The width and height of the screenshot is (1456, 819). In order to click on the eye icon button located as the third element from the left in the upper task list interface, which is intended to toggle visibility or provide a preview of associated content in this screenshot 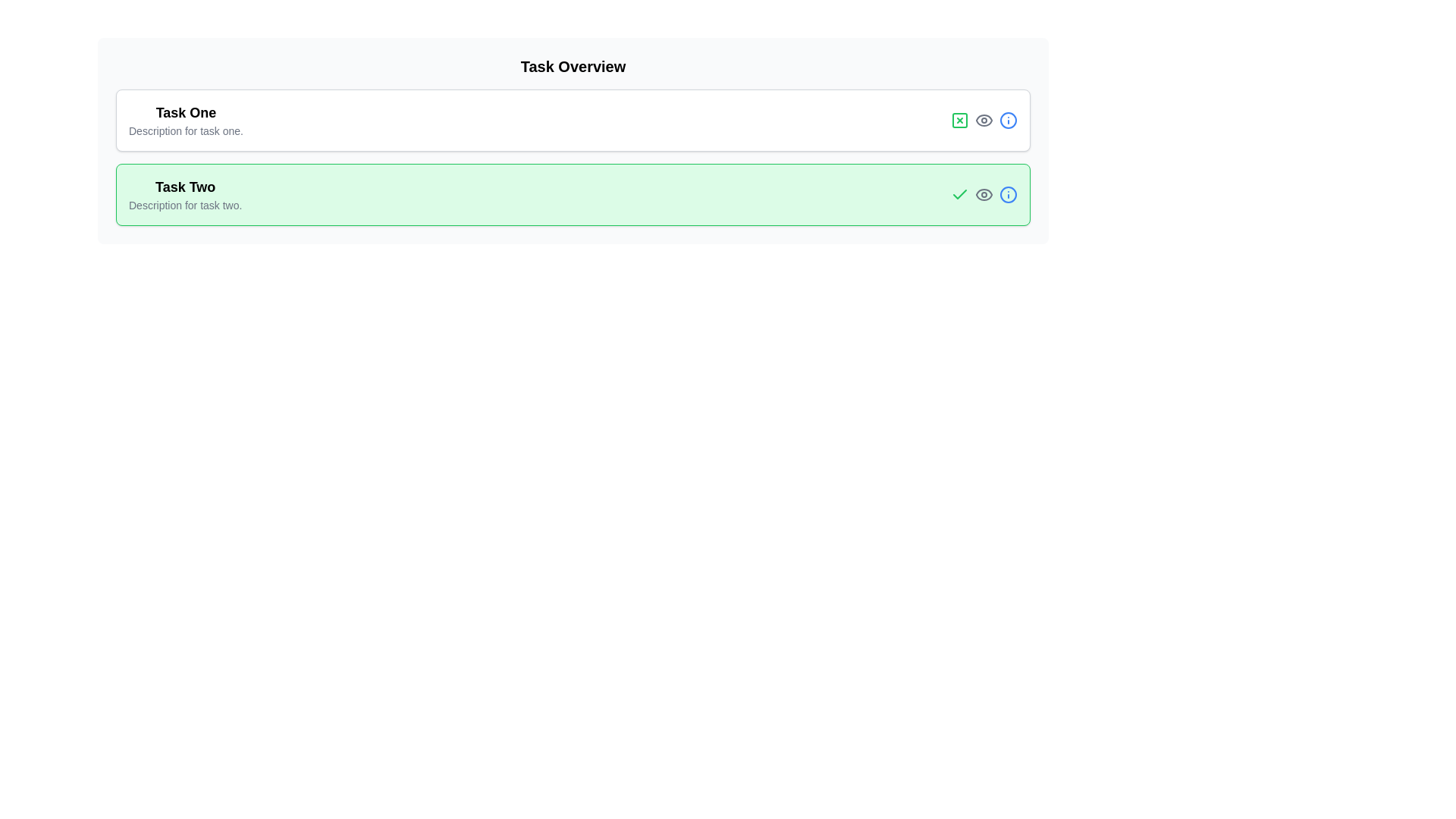, I will do `click(984, 119)`.